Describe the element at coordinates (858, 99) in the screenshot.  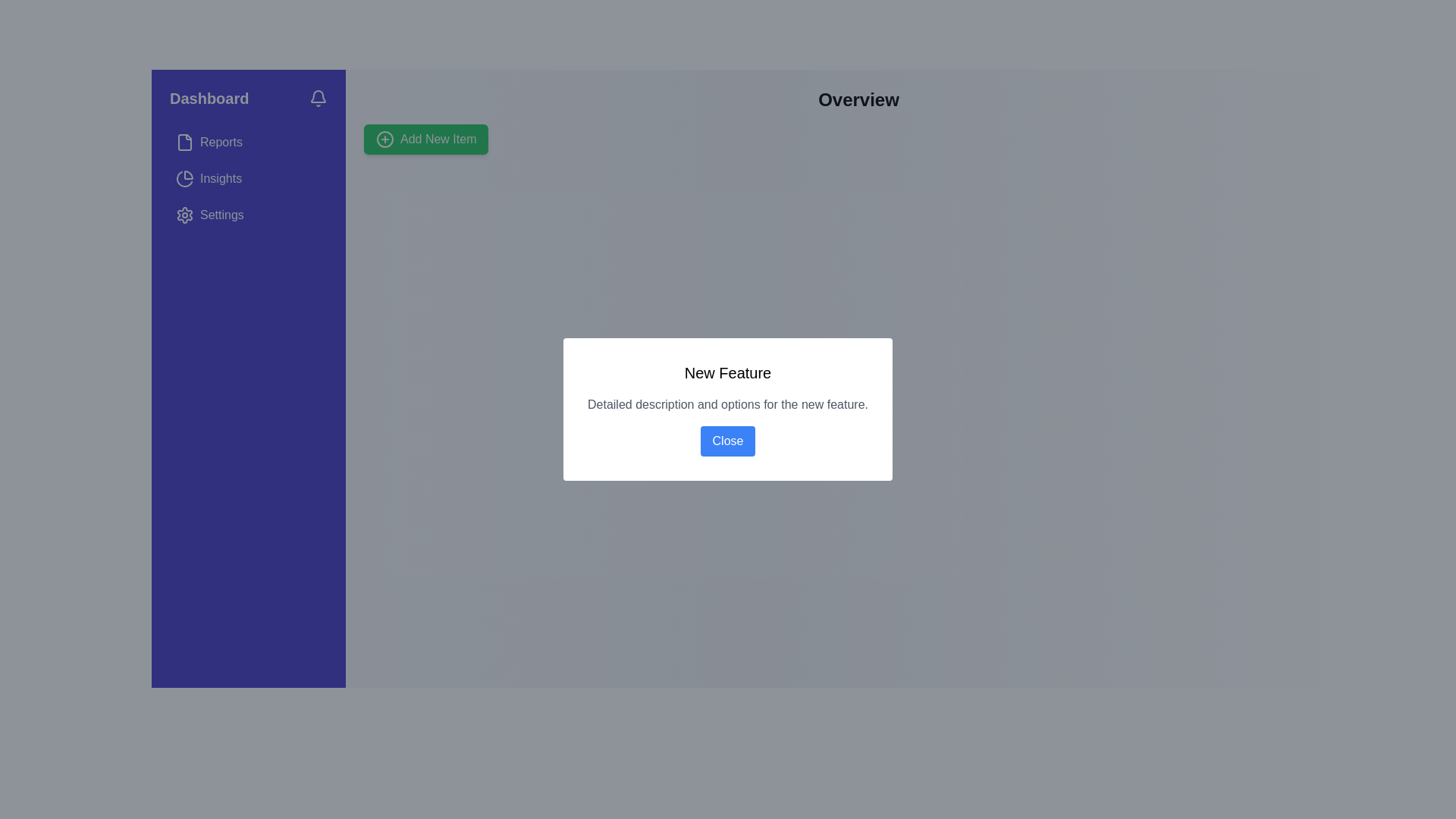
I see `the Header text or title at the top center of the content area, which serves as the title for the current section or page` at that location.